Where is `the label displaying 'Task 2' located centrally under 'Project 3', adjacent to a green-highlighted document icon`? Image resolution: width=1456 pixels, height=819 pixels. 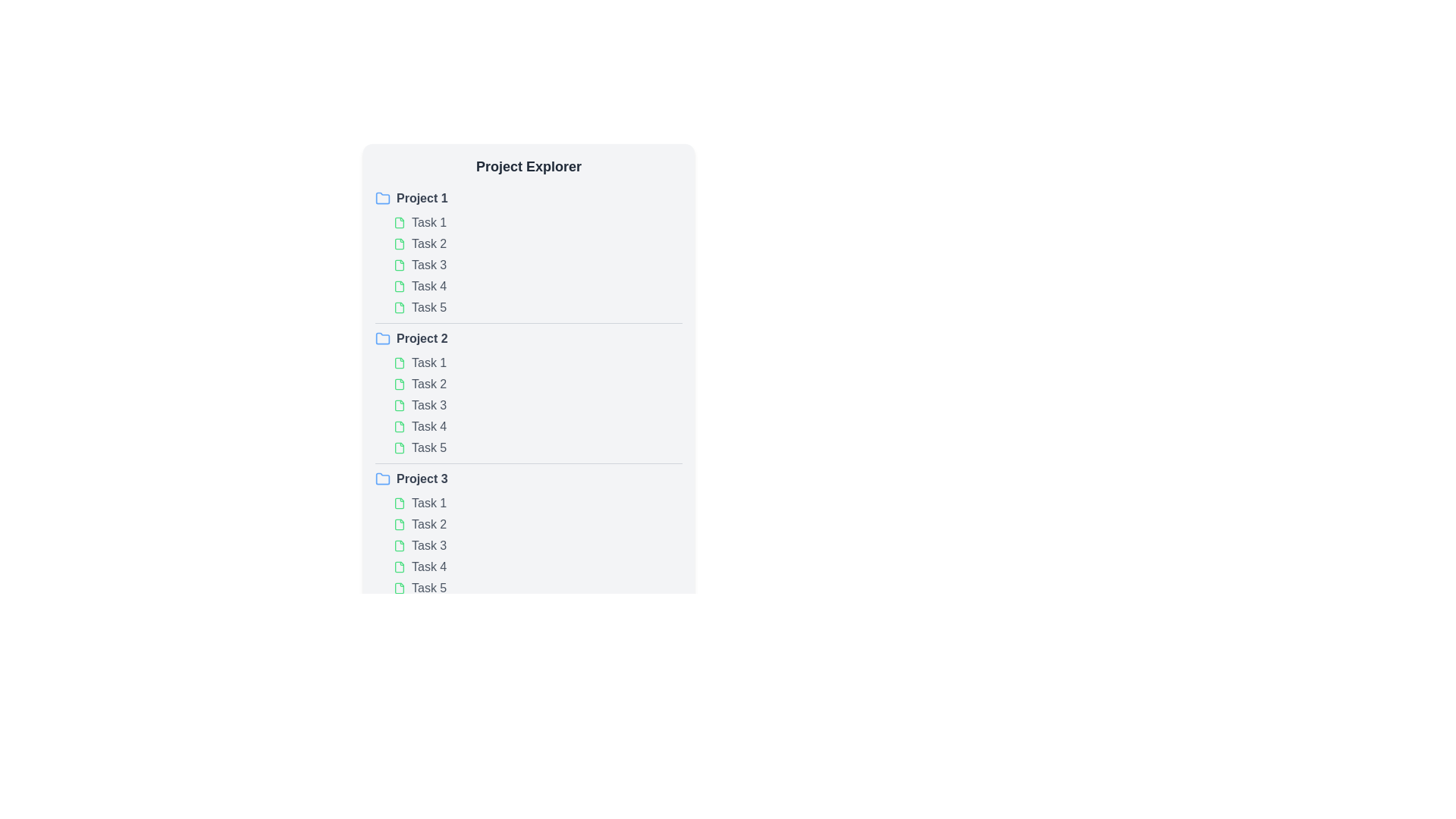 the label displaying 'Task 2' located centrally under 'Project 3', adjacent to a green-highlighted document icon is located at coordinates (428, 523).